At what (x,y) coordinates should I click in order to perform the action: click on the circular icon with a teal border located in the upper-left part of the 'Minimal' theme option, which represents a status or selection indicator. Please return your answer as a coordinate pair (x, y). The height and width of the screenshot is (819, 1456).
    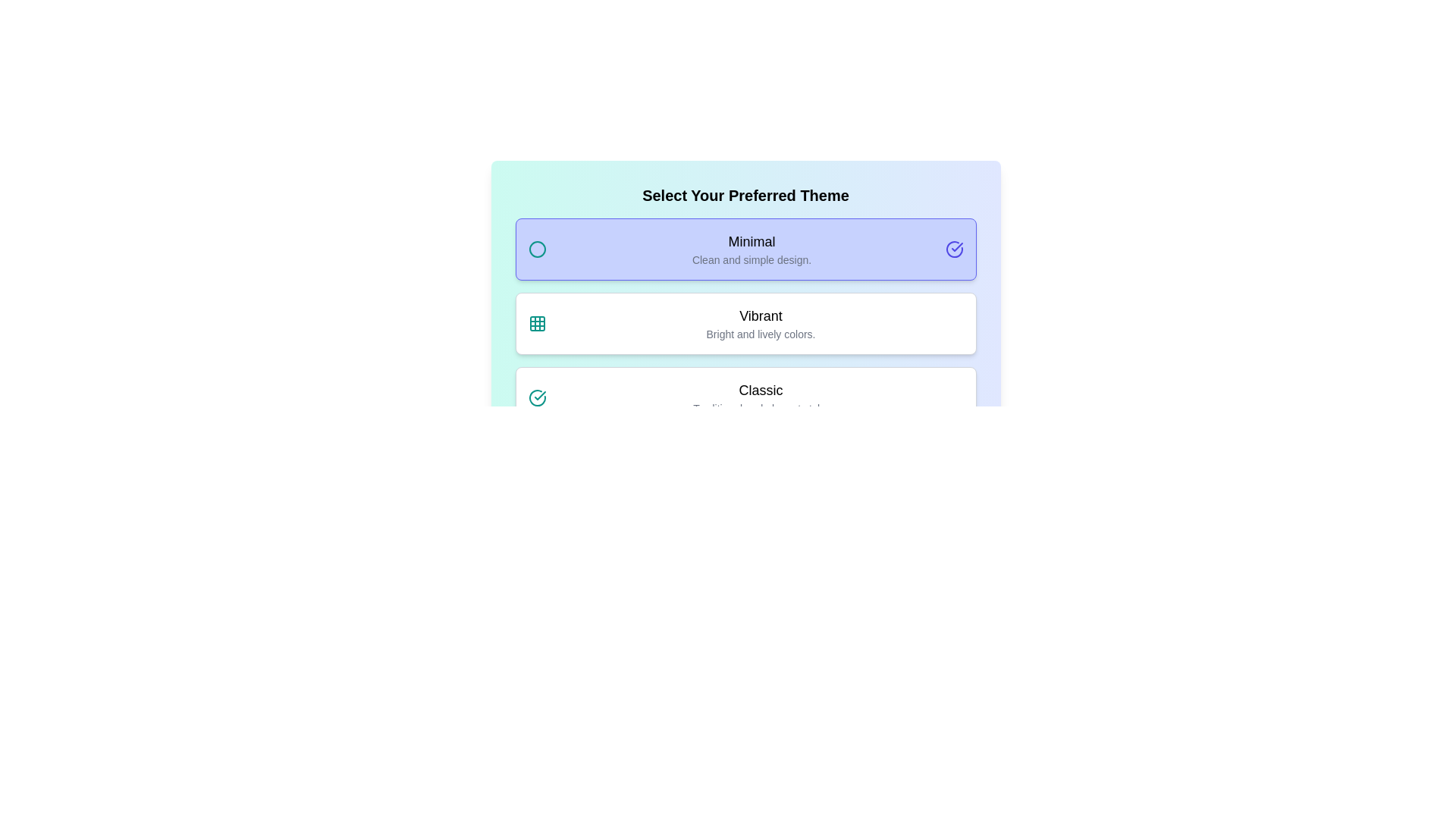
    Looking at the image, I should click on (537, 248).